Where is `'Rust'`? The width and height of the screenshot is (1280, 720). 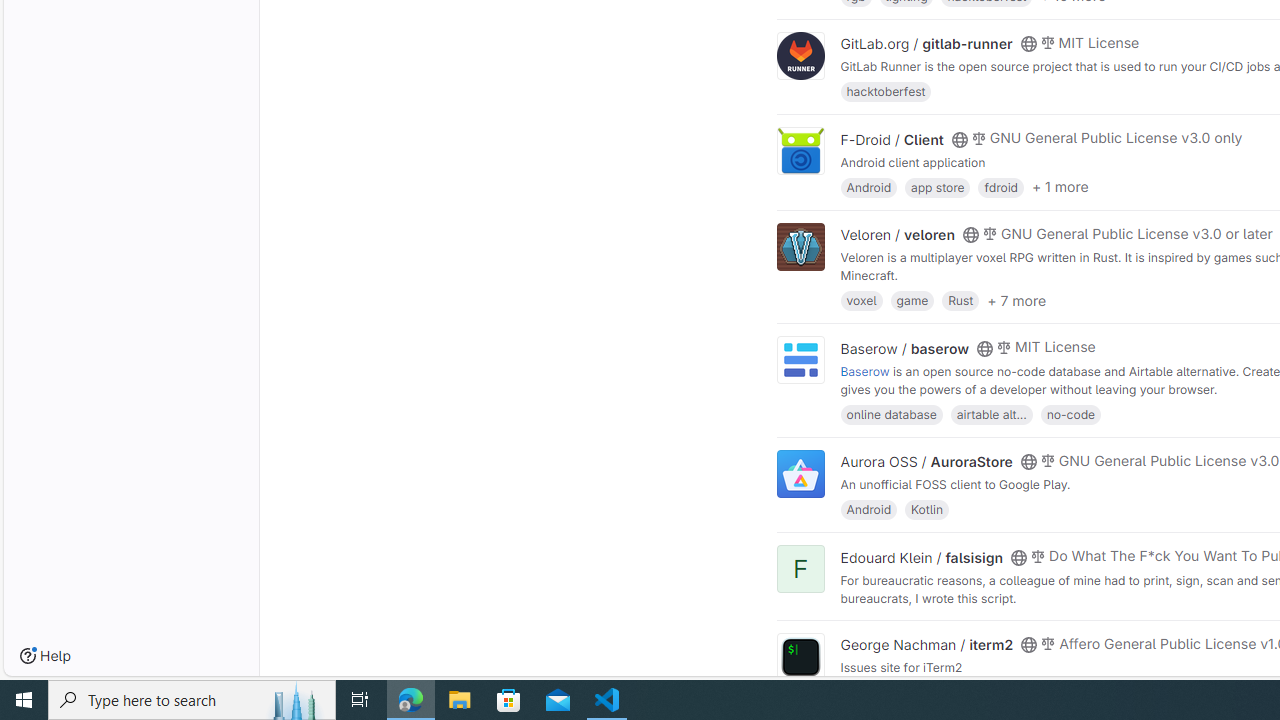 'Rust' is located at coordinates (961, 300).